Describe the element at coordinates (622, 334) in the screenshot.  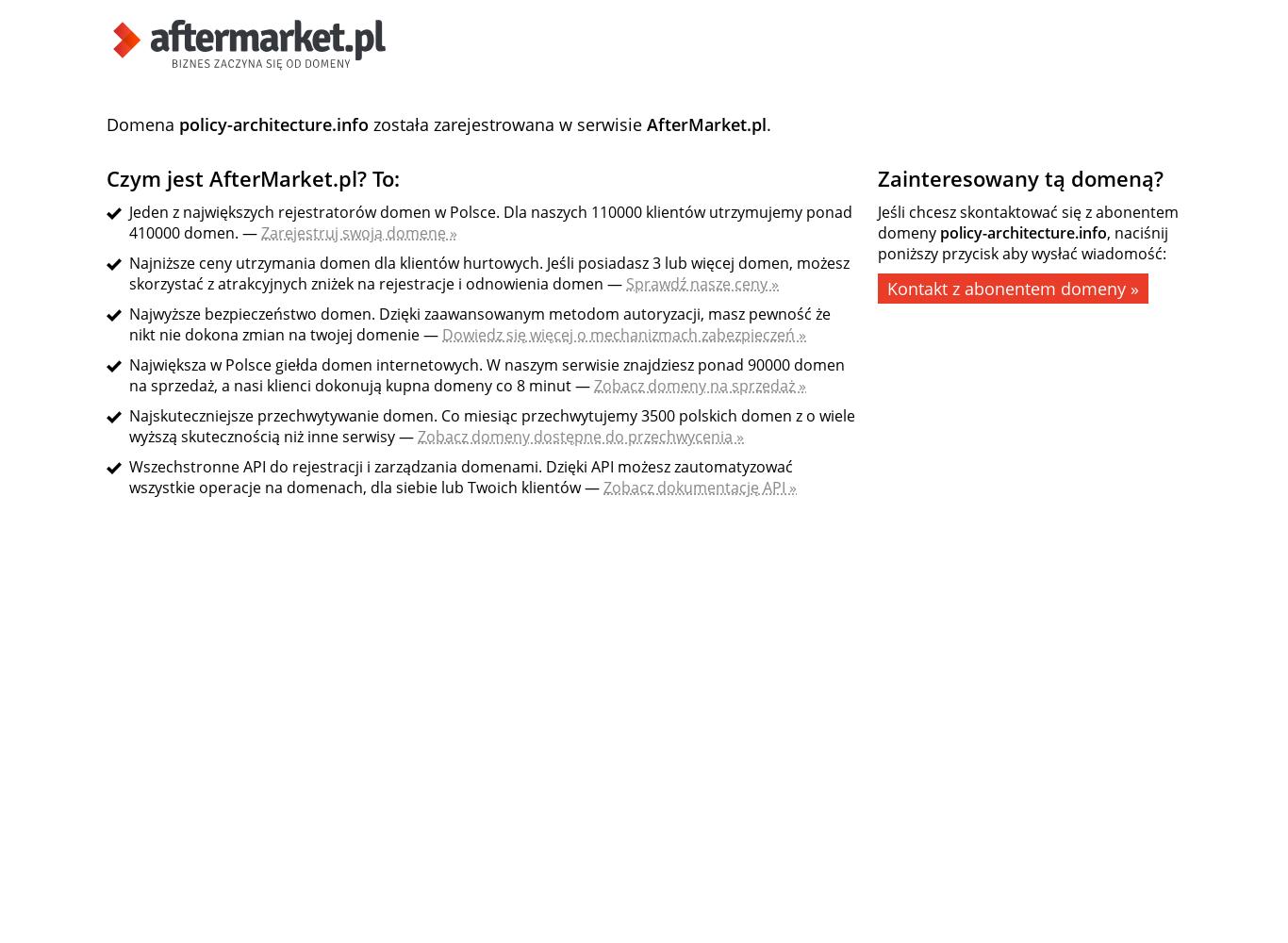
I see `'Dowiedz się więcej o mechanizmach zabezpieczeń »'` at that location.